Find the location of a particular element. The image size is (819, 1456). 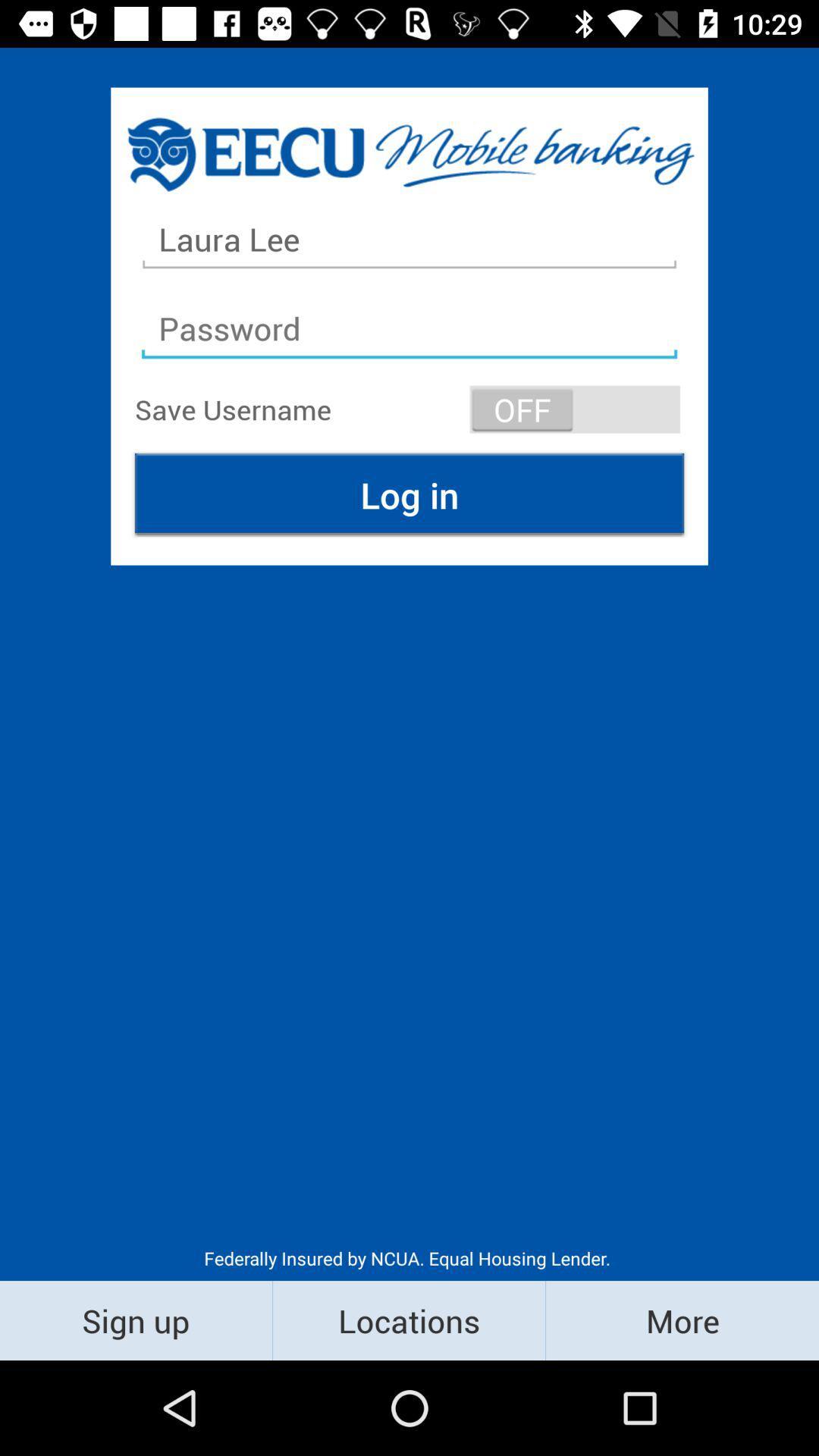

icon to the right of sign up icon is located at coordinates (408, 1319).